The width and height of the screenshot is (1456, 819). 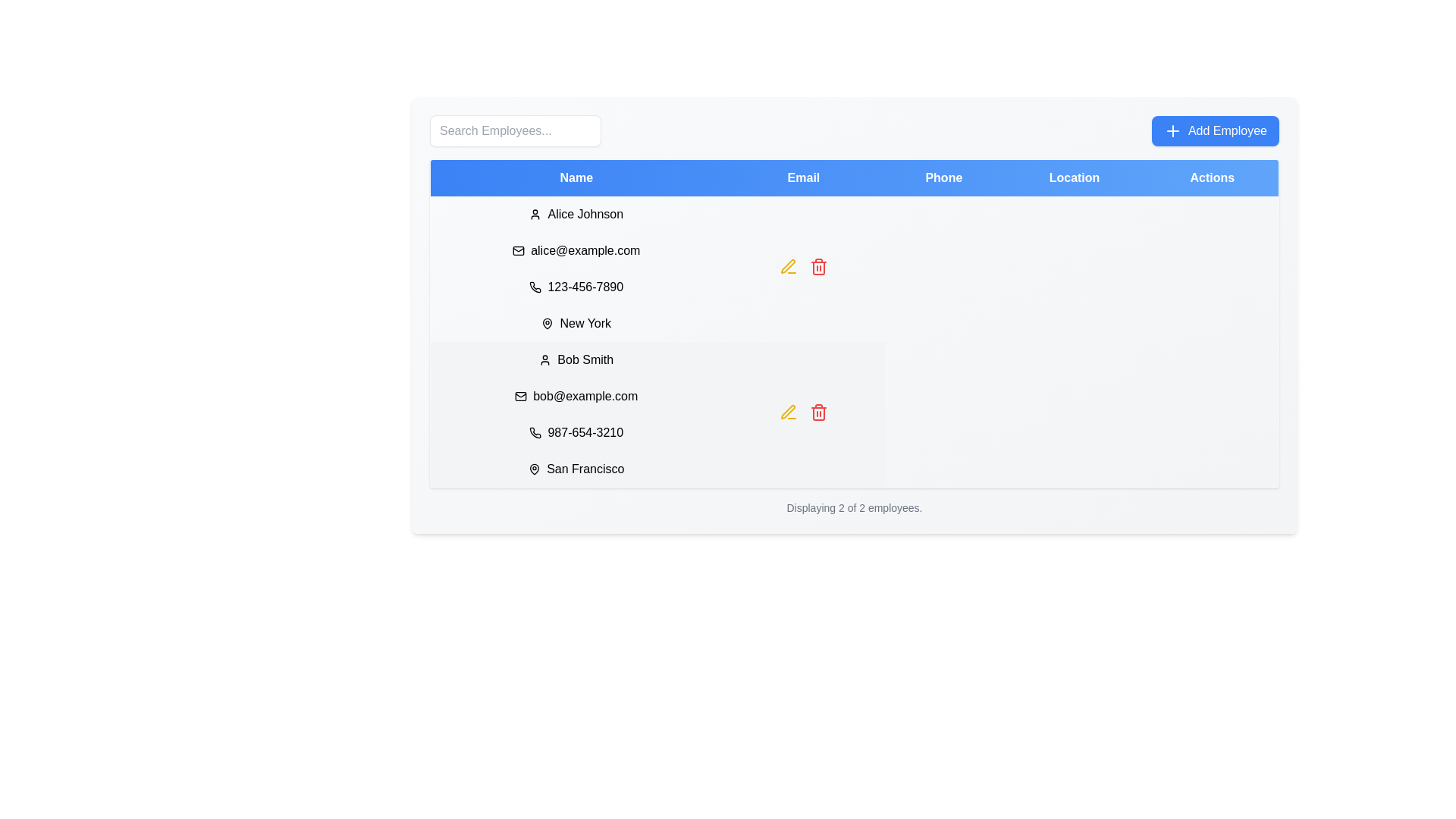 What do you see at coordinates (519, 250) in the screenshot?
I see `the email indicator icon located in the 'Email' column of the first row, which visually denotes the email address 'alice@example.com'` at bounding box center [519, 250].